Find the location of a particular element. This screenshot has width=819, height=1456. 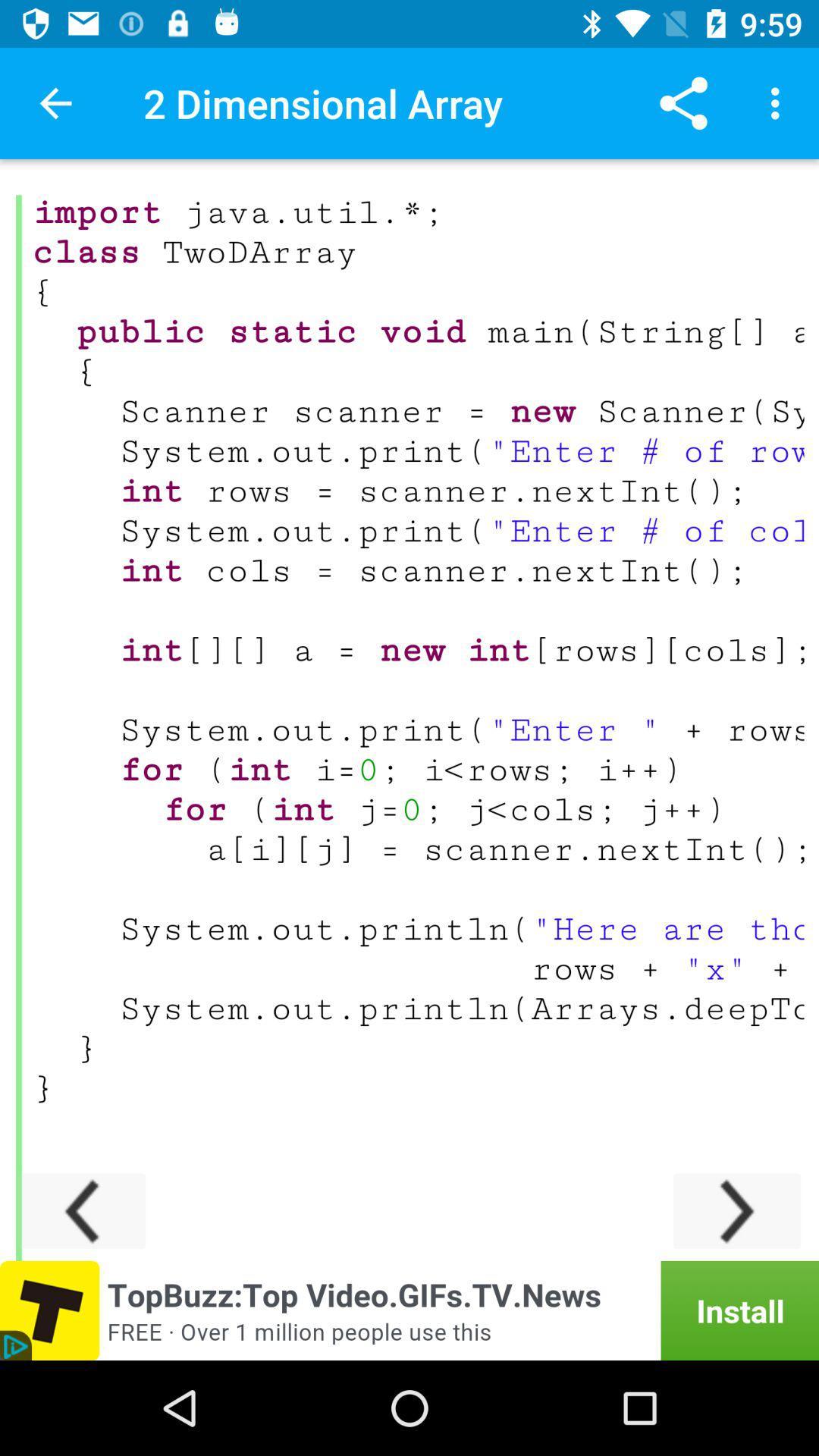

install is located at coordinates (409, 1310).